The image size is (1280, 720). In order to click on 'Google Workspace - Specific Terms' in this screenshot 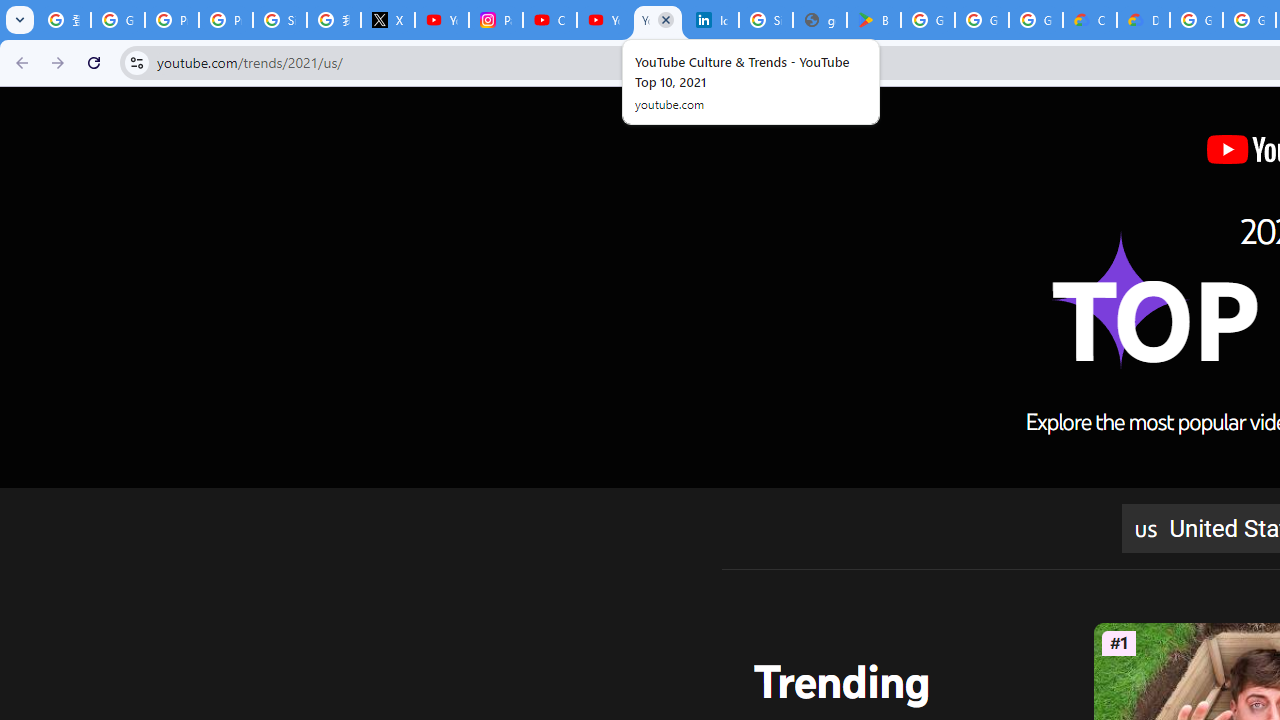, I will do `click(981, 20)`.